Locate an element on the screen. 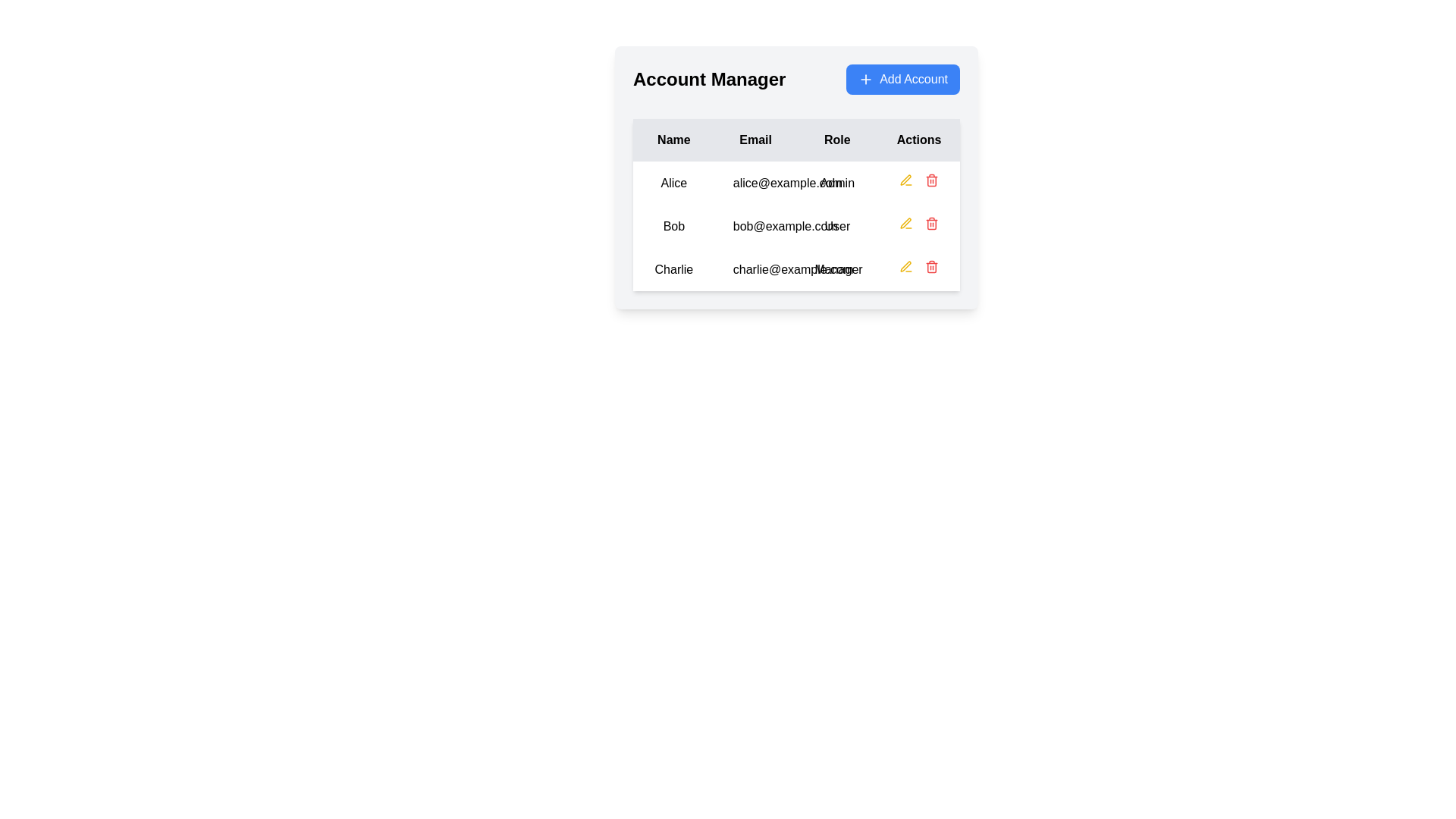 This screenshot has height=819, width=1456. the Text label displaying the name 'Charlie' located in the leftmost column of the third row in the table under the 'Name' column is located at coordinates (673, 268).